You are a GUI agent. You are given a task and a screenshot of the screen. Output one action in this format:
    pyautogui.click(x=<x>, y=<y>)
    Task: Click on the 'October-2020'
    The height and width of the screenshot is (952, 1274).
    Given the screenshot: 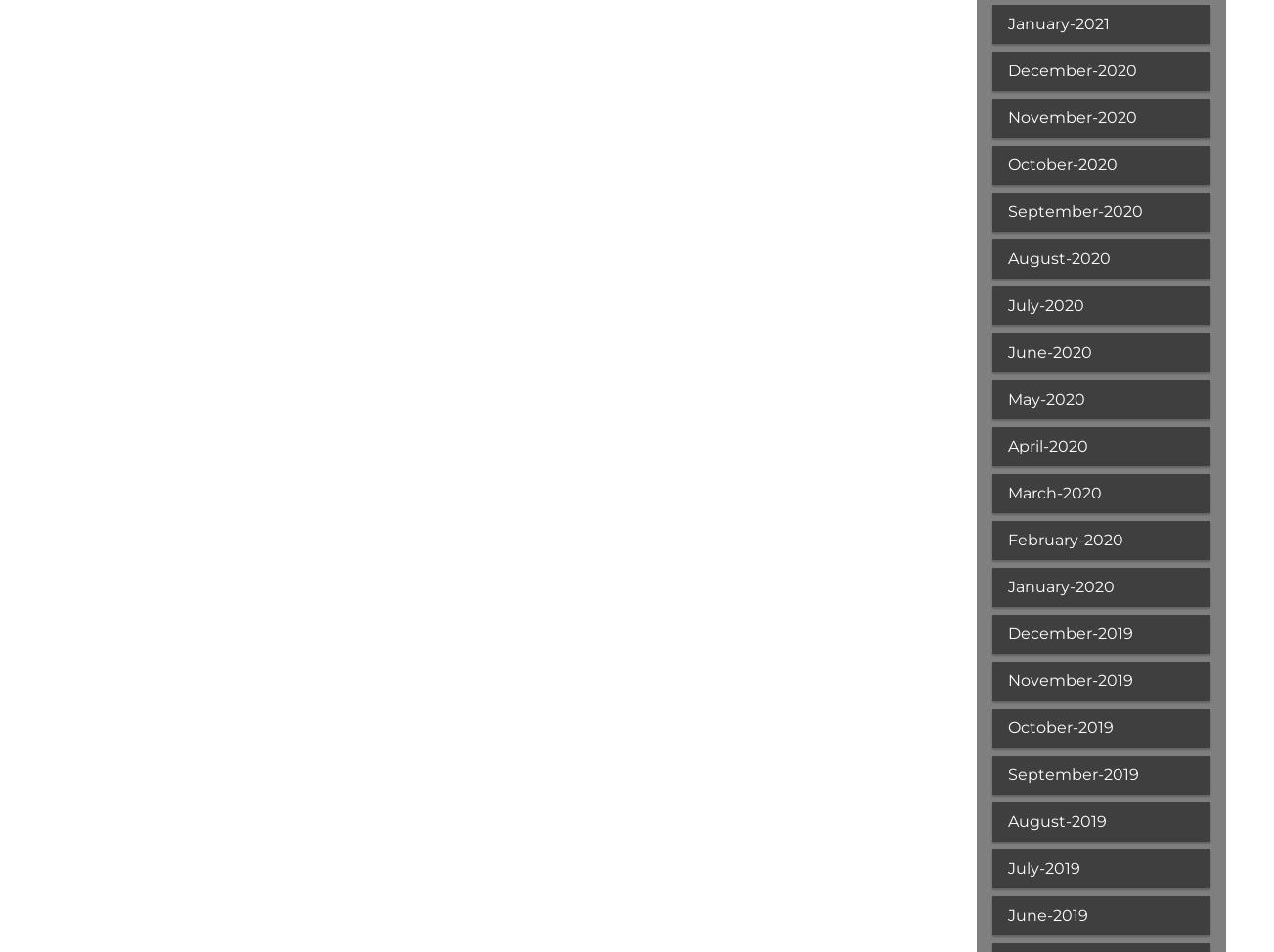 What is the action you would take?
    pyautogui.click(x=1061, y=164)
    